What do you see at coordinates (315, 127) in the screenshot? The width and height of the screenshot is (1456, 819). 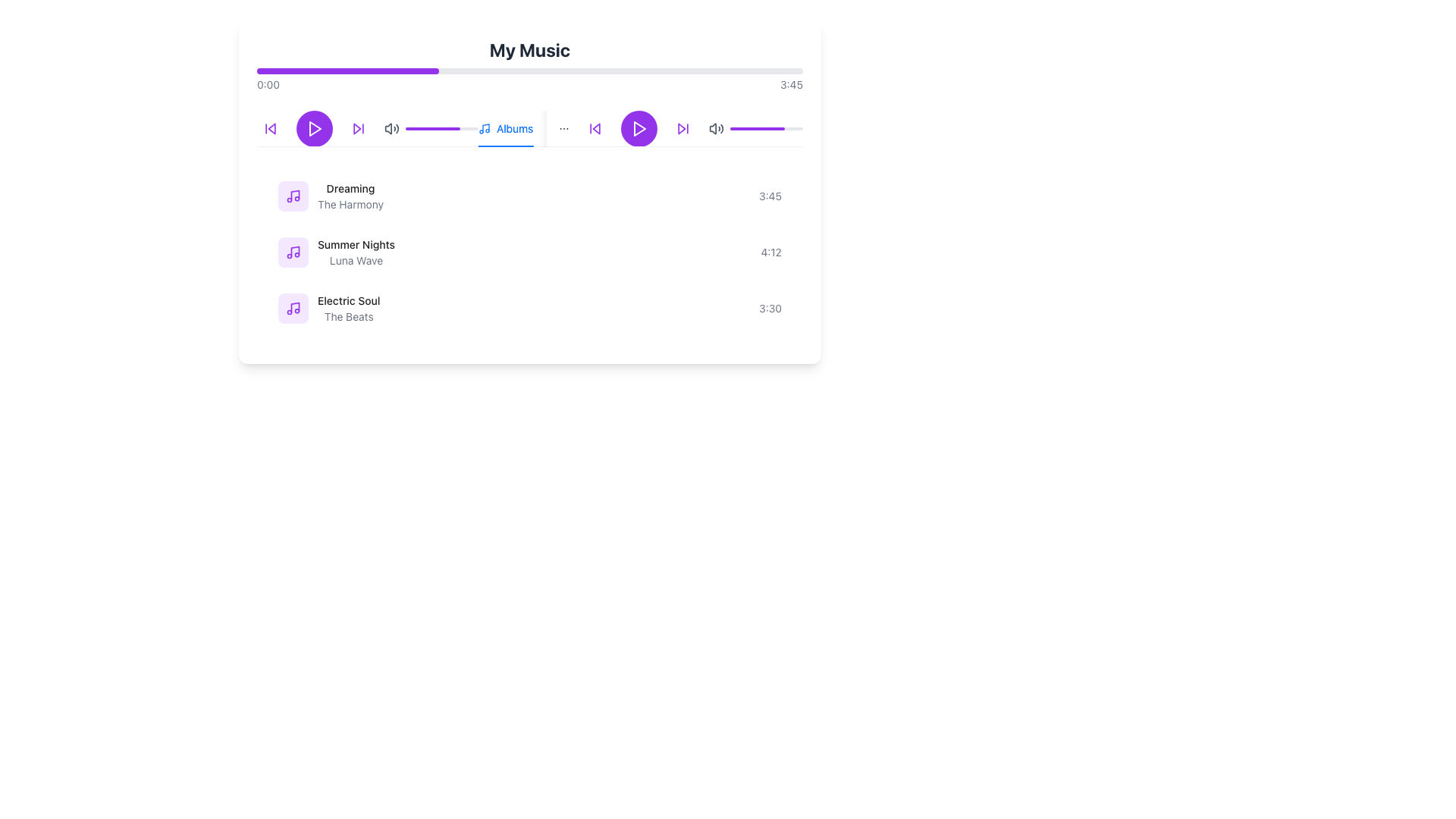 I see `the triangular outlined play icon located within the purple circular button in the top navigation bar` at bounding box center [315, 127].